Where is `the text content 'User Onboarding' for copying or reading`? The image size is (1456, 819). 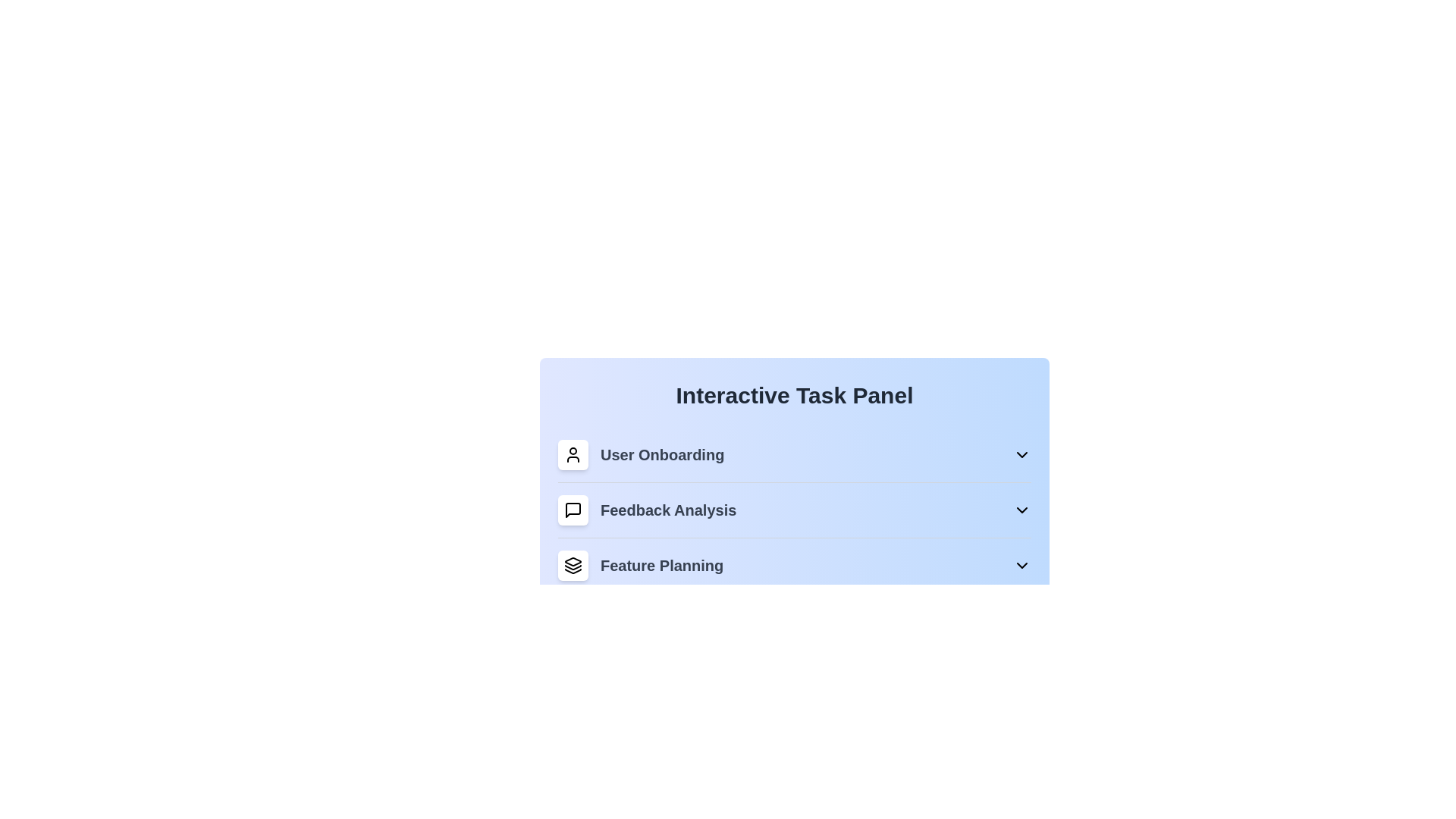 the text content 'User Onboarding' for copying or reading is located at coordinates (640, 454).